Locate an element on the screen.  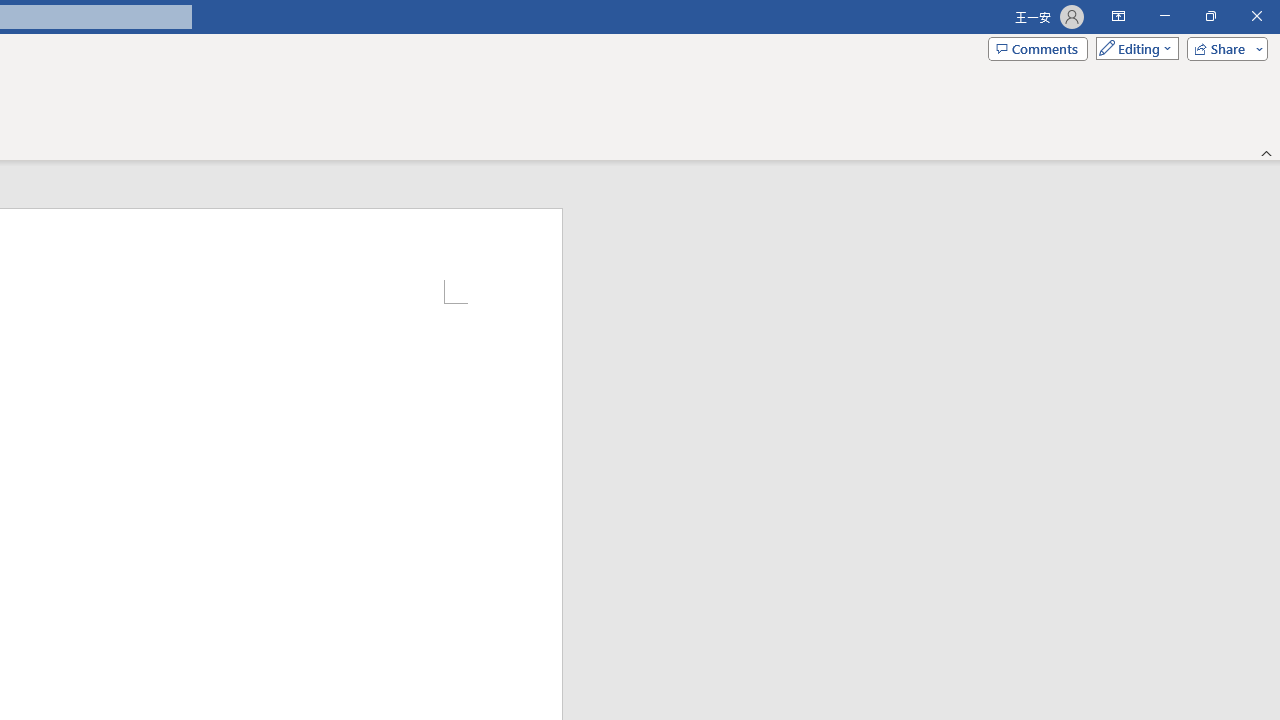
'Share' is located at coordinates (1222, 47).